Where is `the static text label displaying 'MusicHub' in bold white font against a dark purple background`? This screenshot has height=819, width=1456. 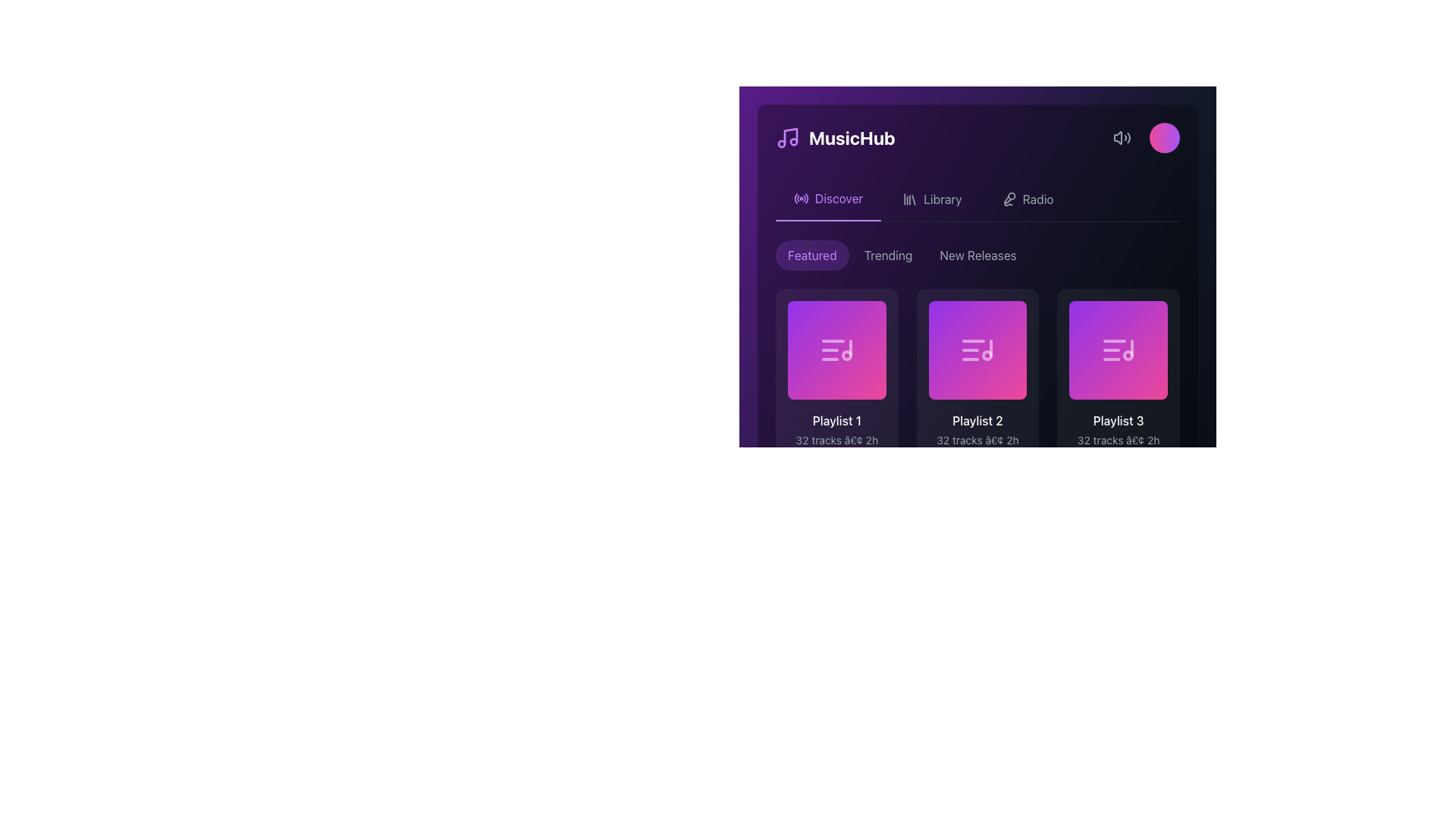 the static text label displaying 'MusicHub' in bold white font against a dark purple background is located at coordinates (852, 137).